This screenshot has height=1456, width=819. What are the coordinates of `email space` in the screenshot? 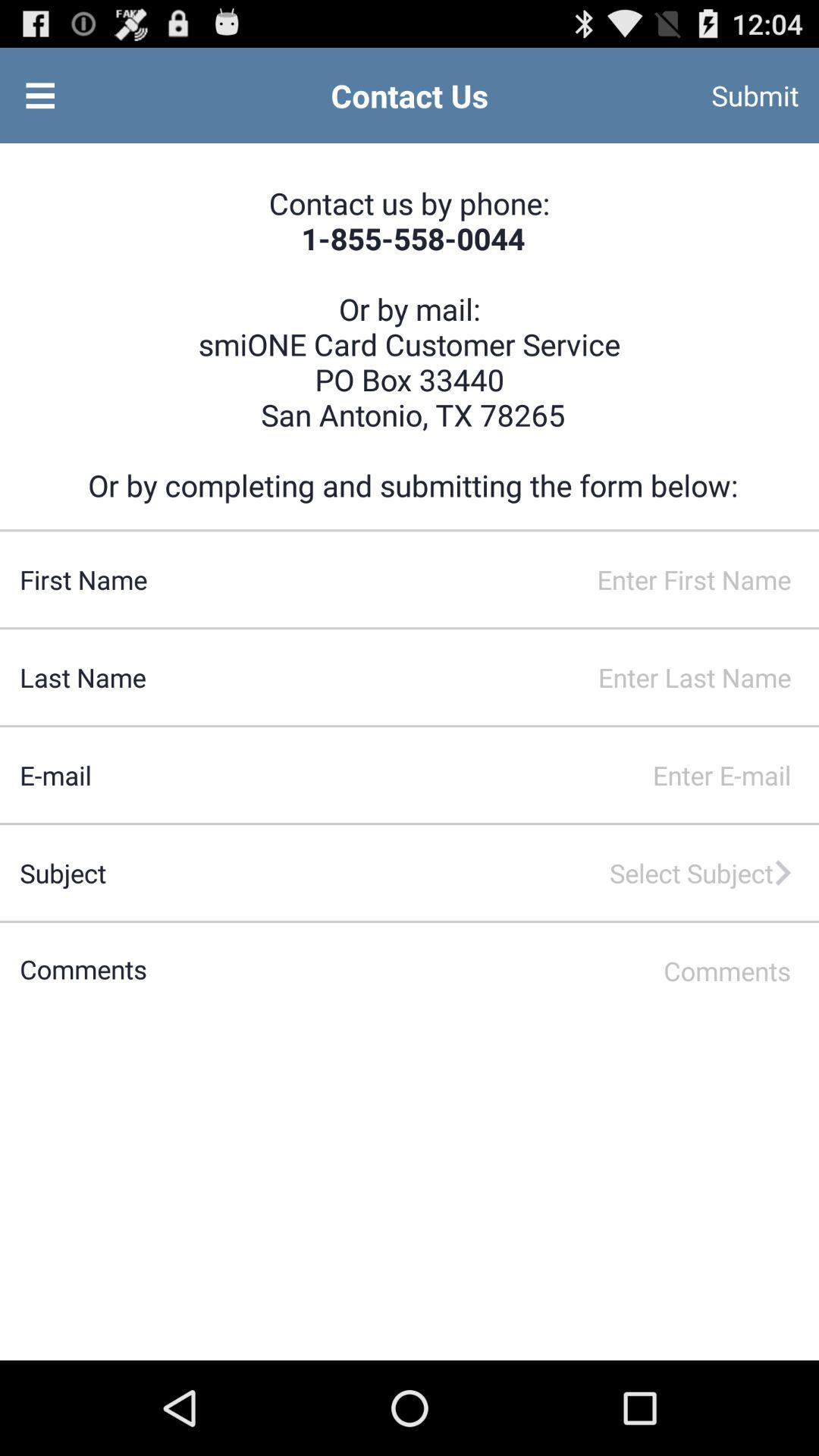 It's located at (454, 775).